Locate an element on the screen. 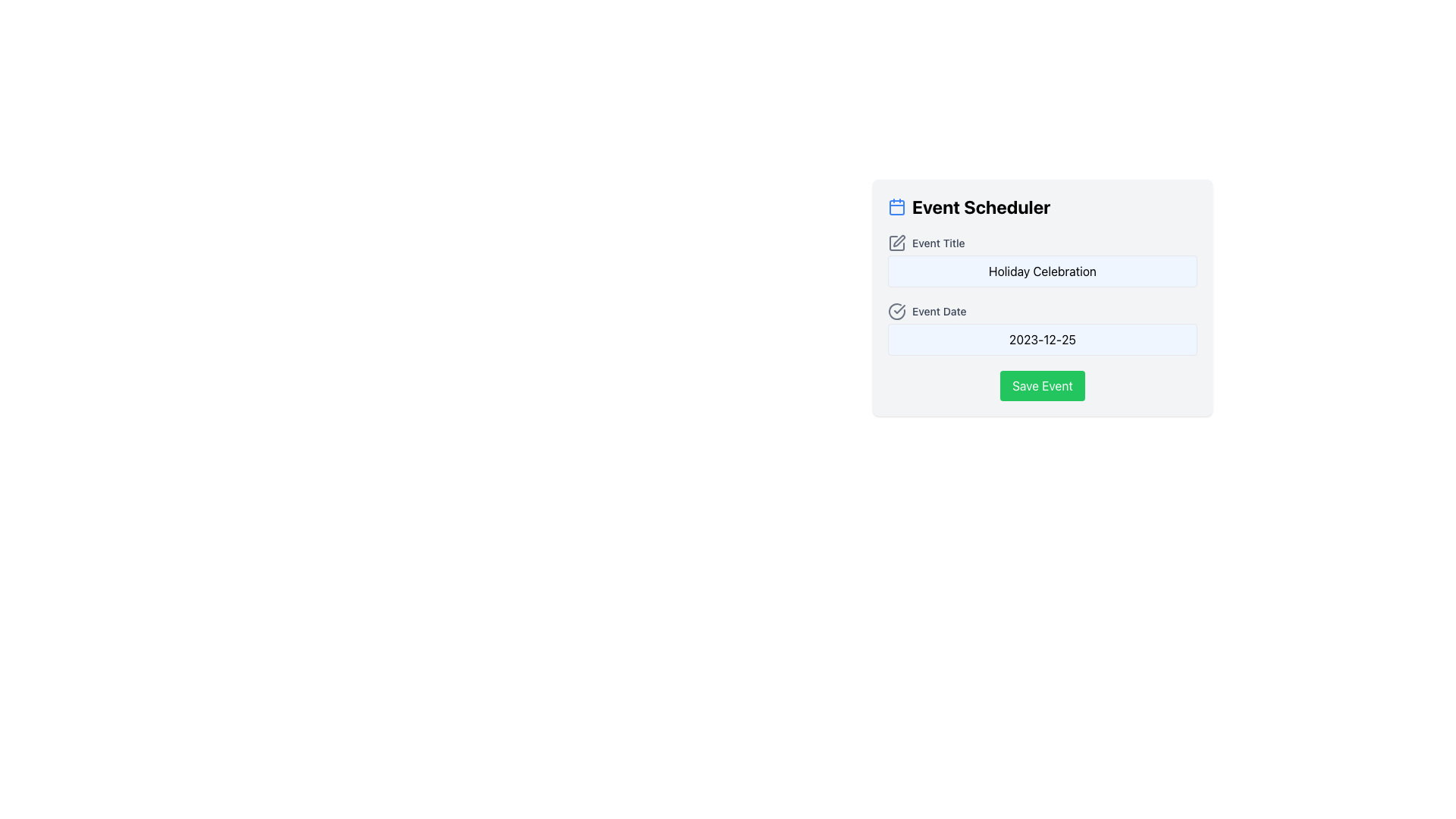 Image resolution: width=1456 pixels, height=819 pixels. displayed date in the 'Event Date' field, which shows '2023-12-25', located in the middle of the 'Event Scheduler' card, below 'Holiday Celebration' and above 'Save Event' is located at coordinates (1041, 328).